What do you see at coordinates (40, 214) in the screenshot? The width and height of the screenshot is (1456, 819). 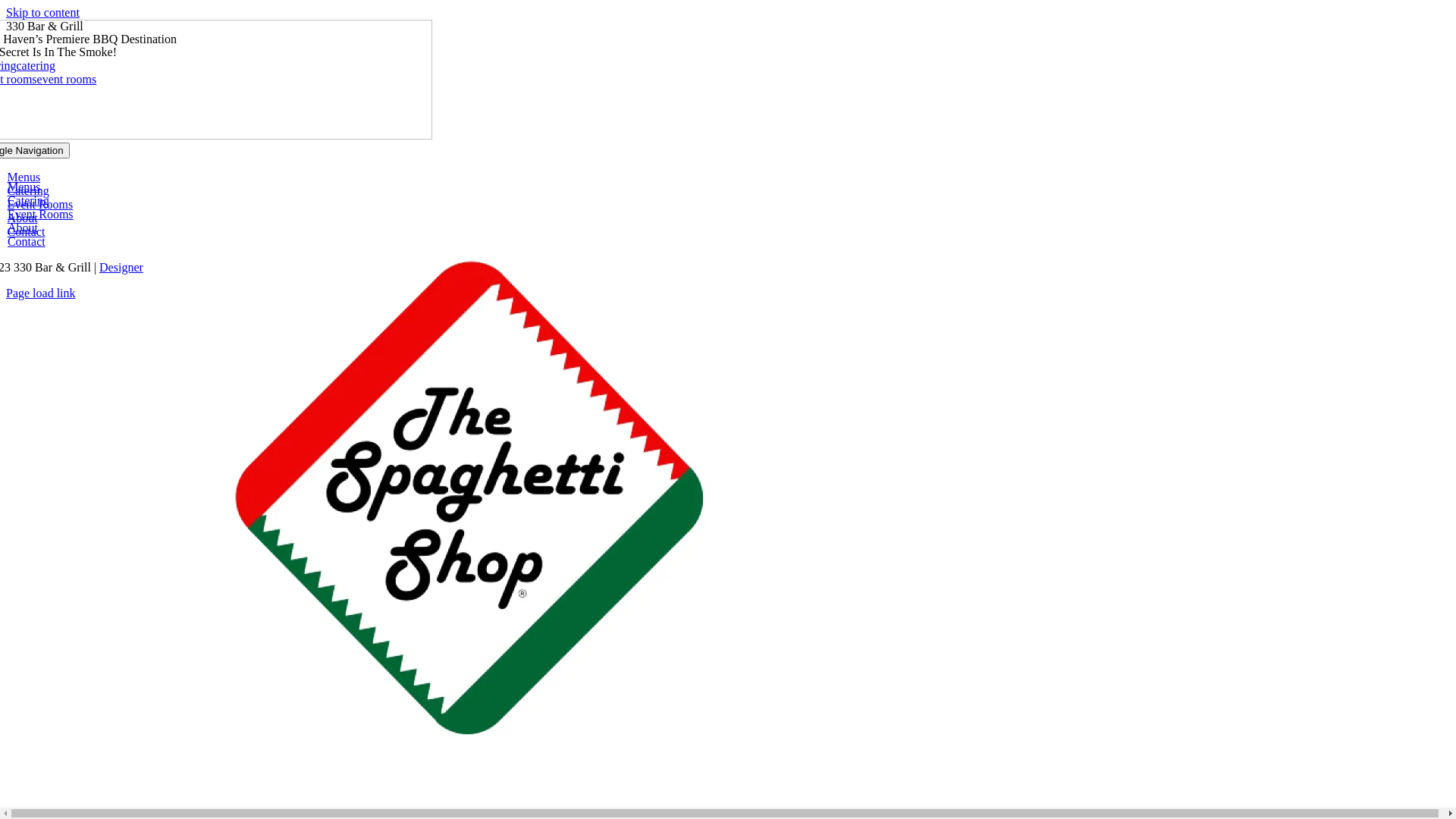 I see `'Event Rooms'` at bounding box center [40, 214].